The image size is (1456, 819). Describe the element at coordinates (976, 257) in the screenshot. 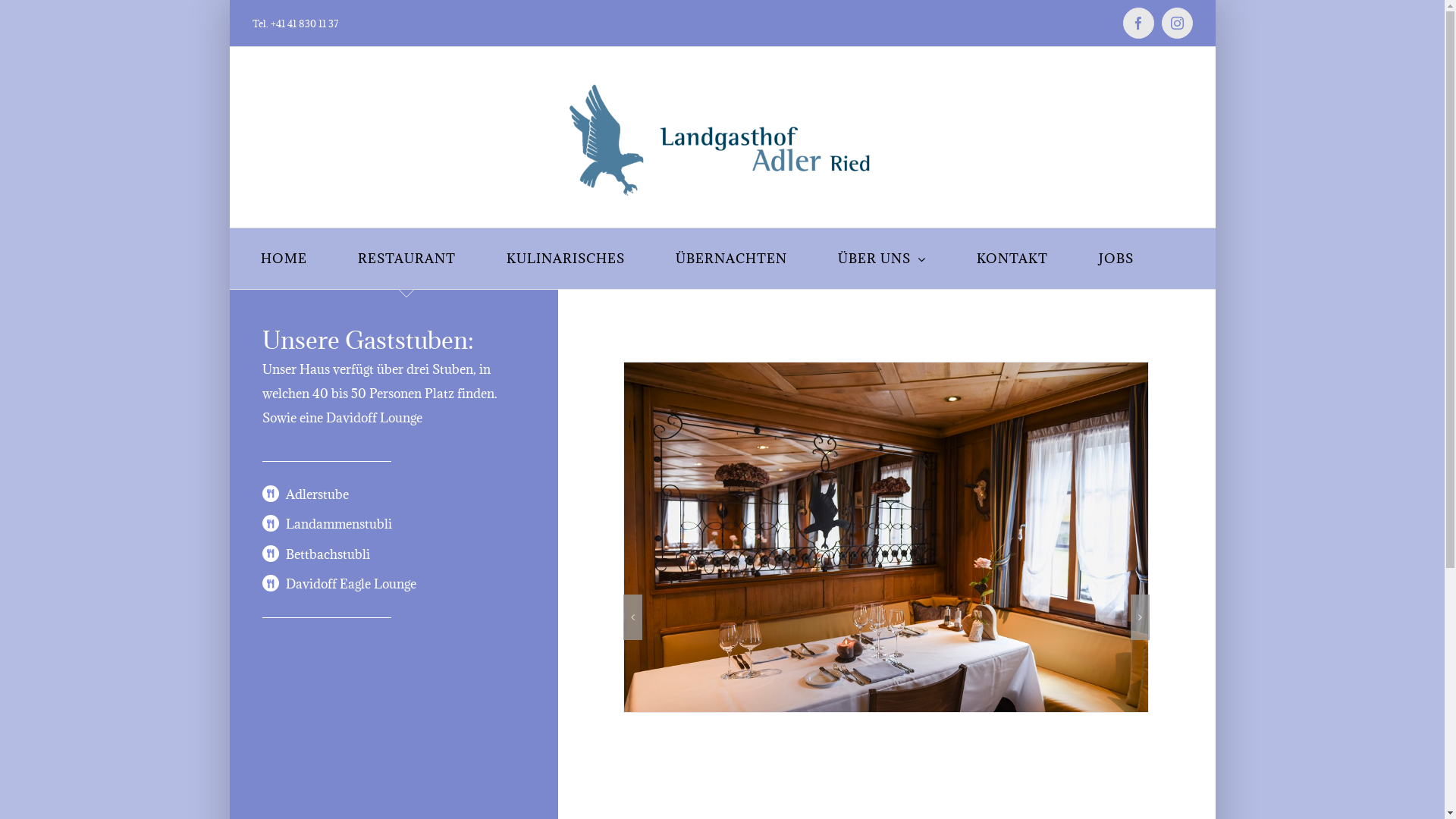

I see `'KONTAKT'` at that location.